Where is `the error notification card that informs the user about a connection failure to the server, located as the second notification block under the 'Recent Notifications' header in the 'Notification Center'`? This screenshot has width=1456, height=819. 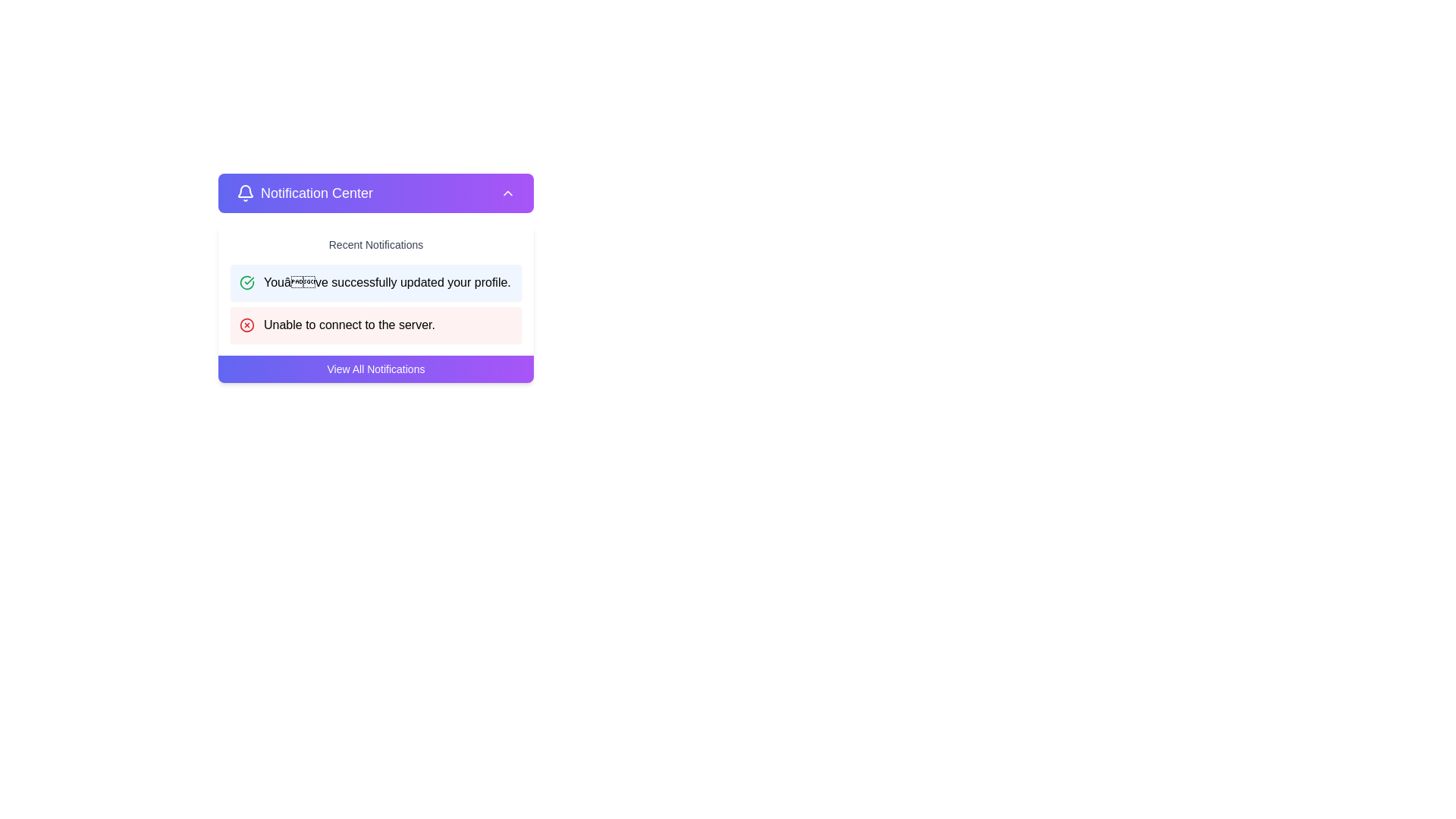
the error notification card that informs the user about a connection failure to the server, located as the second notification block under the 'Recent Notifications' header in the 'Notification Center' is located at coordinates (375, 324).